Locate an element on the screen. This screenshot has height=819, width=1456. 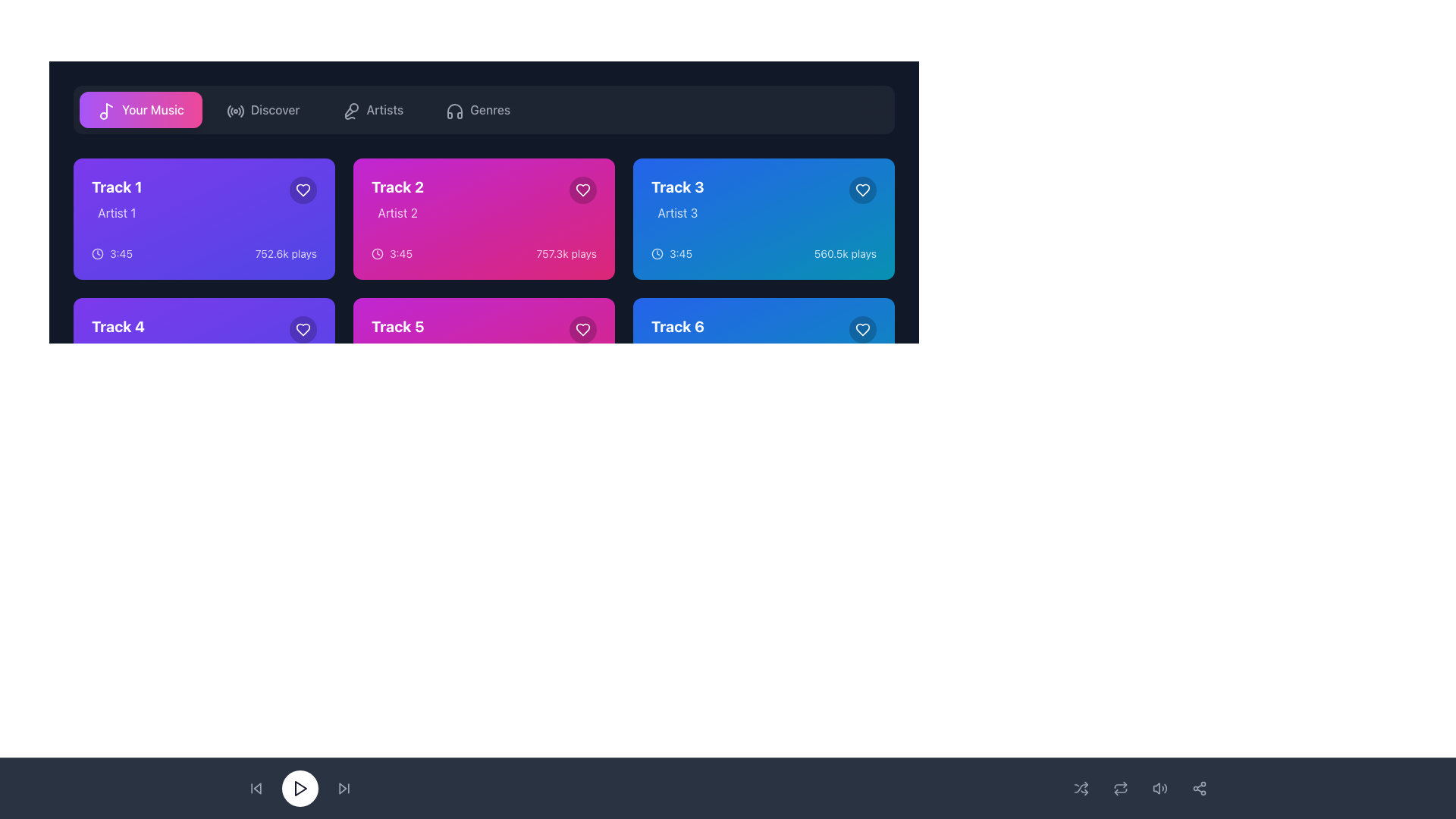
the text label indicating the artist associated with the music track 'Track 1', which is centrally located within the purple card labeled 'Track 1' is located at coordinates (116, 213).